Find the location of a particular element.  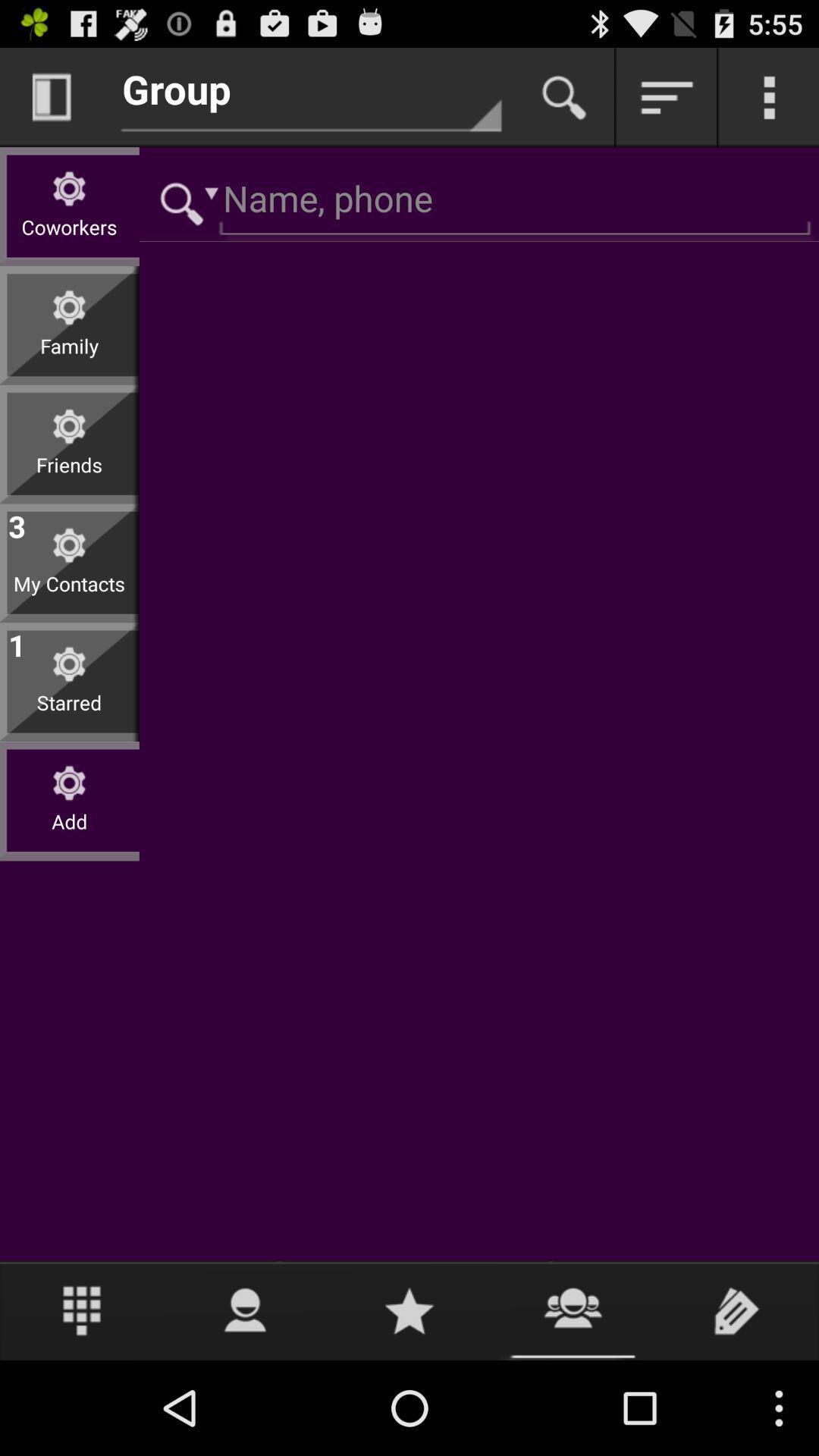

add item is located at coordinates (69, 833).